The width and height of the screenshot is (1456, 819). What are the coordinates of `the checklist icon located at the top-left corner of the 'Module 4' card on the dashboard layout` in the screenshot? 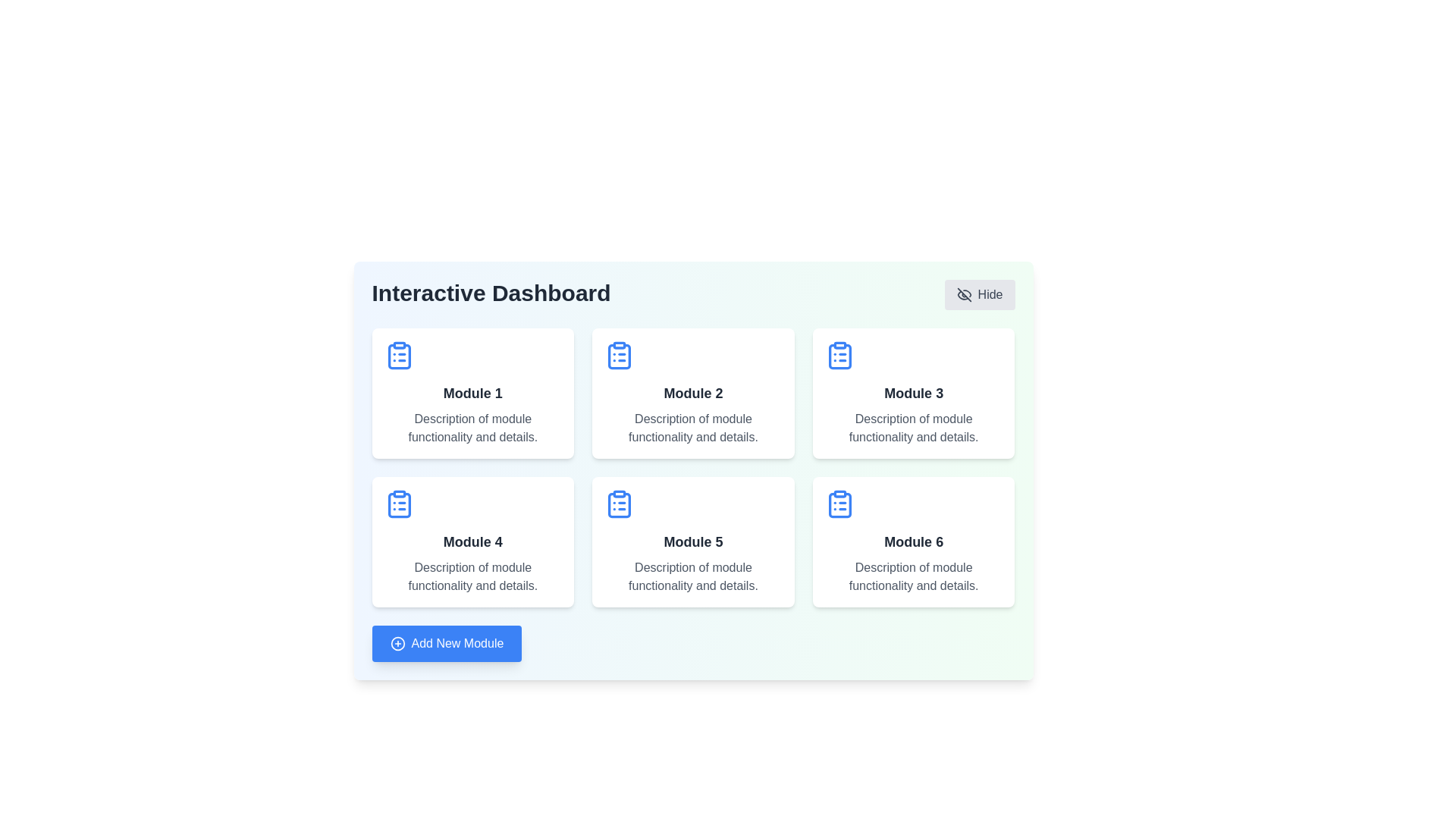 It's located at (399, 504).